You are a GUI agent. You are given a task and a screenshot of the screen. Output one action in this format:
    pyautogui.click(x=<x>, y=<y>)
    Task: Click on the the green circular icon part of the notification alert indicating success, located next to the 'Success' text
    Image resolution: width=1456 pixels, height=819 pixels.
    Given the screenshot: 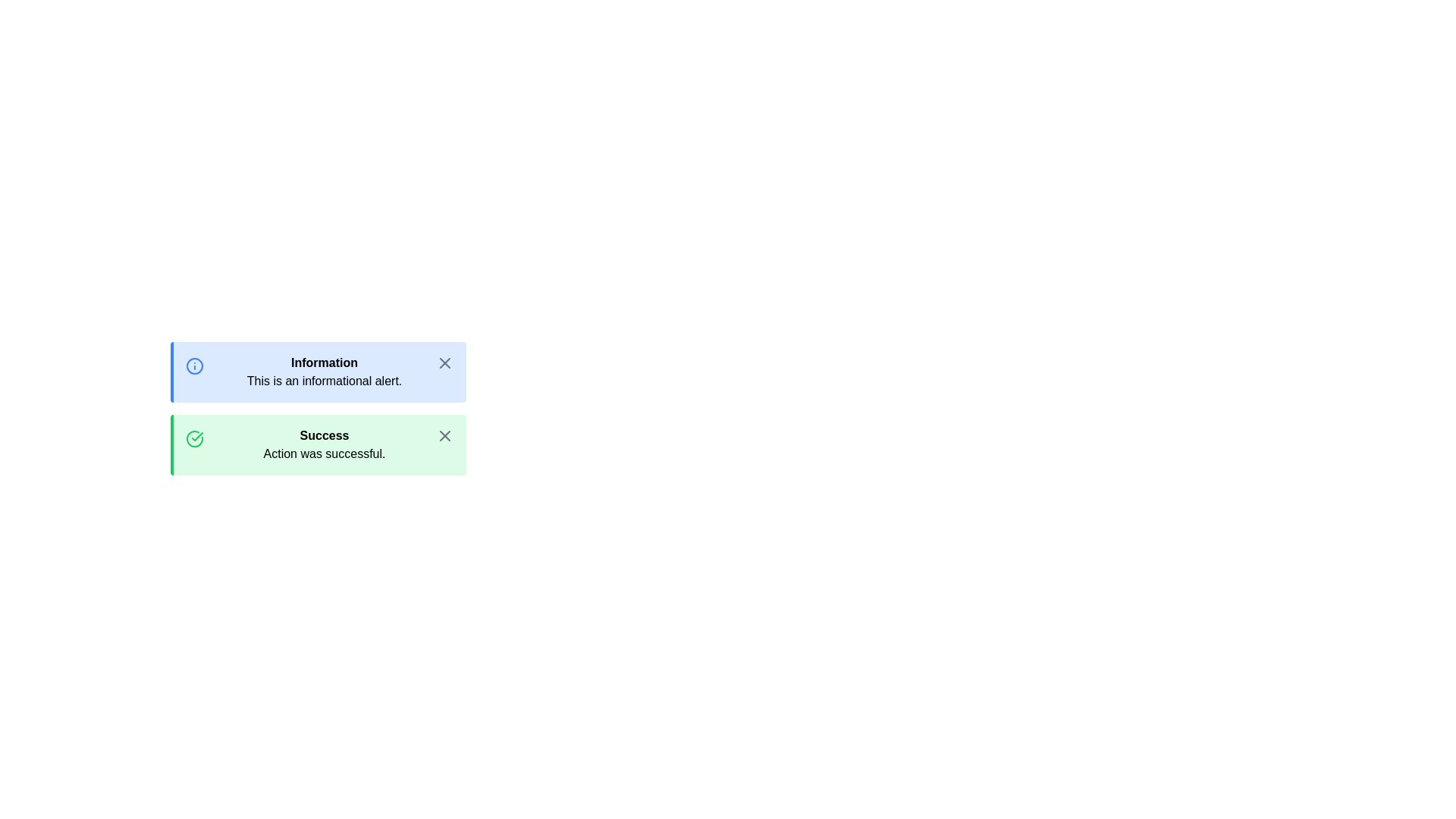 What is the action you would take?
    pyautogui.click(x=194, y=438)
    